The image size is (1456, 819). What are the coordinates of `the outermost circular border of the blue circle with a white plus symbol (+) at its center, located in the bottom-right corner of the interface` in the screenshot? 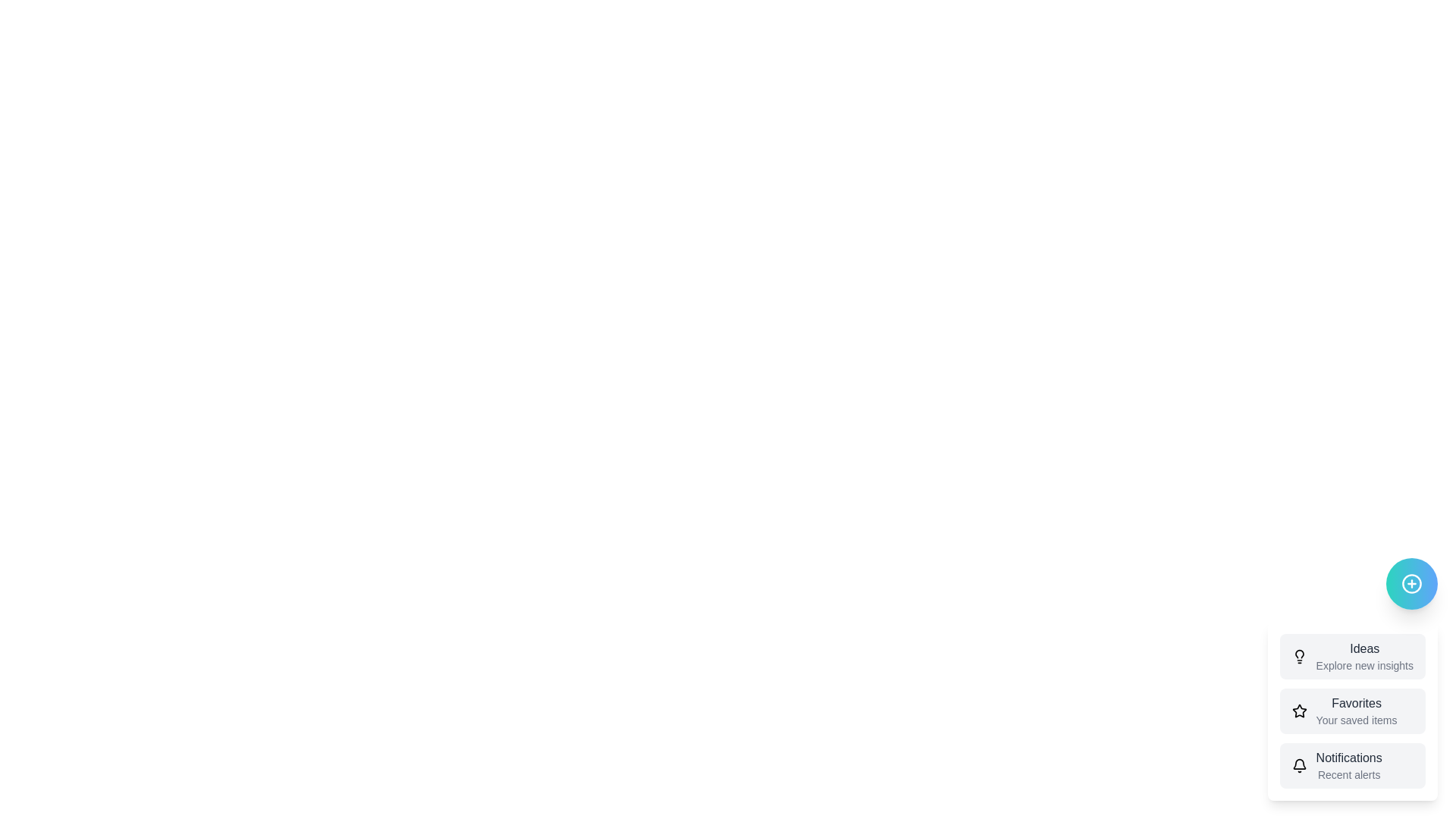 It's located at (1411, 583).